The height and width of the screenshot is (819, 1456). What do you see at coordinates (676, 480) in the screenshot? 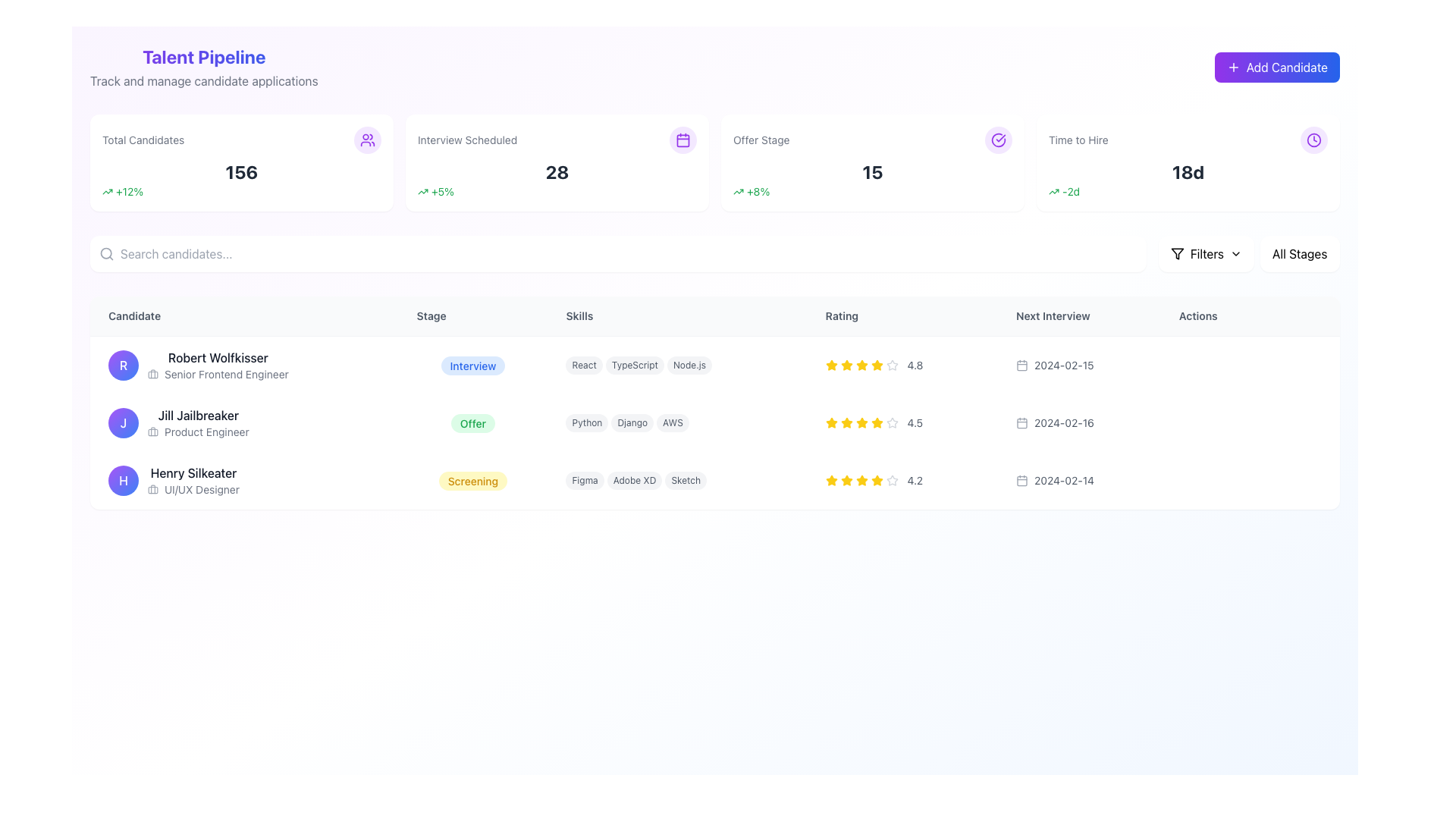
I see `the individual text badges in the Skills column for candidate Henry Silkeater` at bounding box center [676, 480].